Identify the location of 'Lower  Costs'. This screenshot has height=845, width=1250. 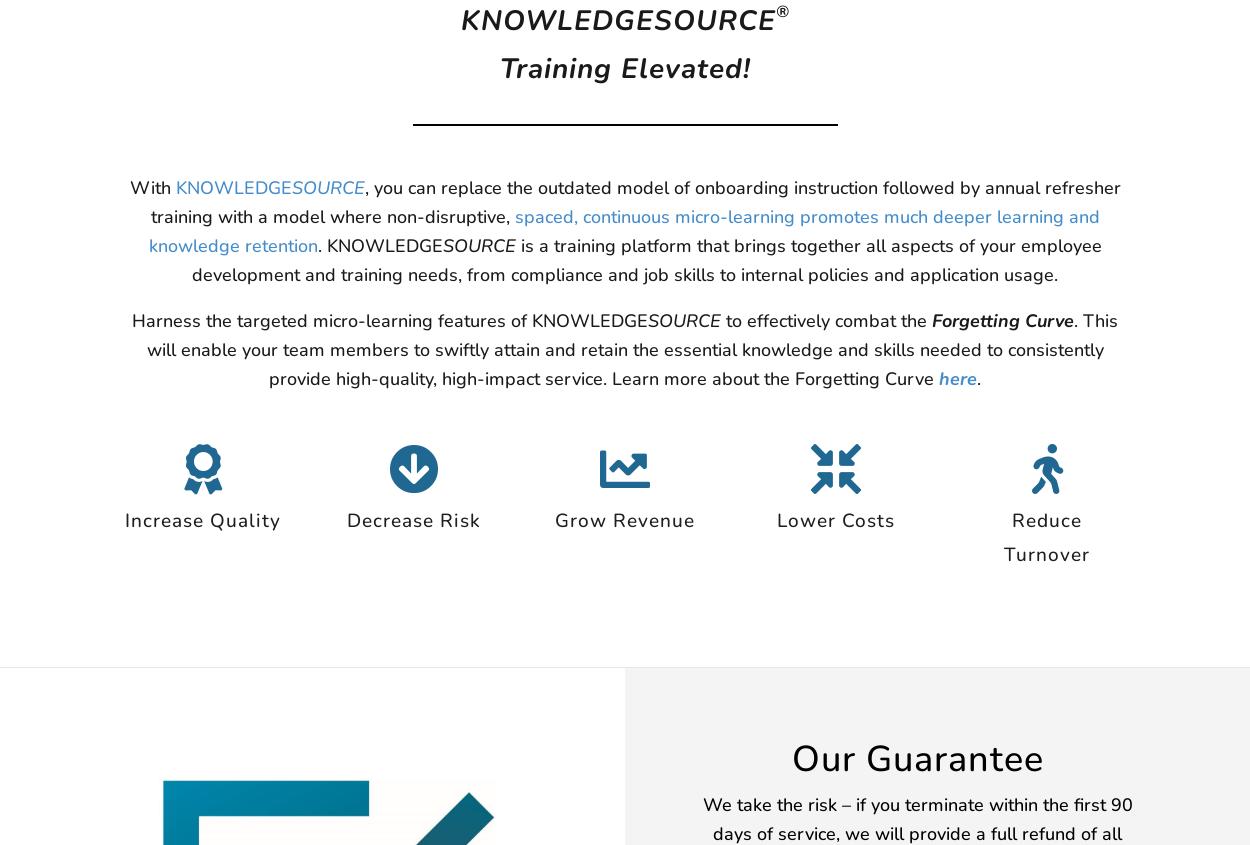
(834, 519).